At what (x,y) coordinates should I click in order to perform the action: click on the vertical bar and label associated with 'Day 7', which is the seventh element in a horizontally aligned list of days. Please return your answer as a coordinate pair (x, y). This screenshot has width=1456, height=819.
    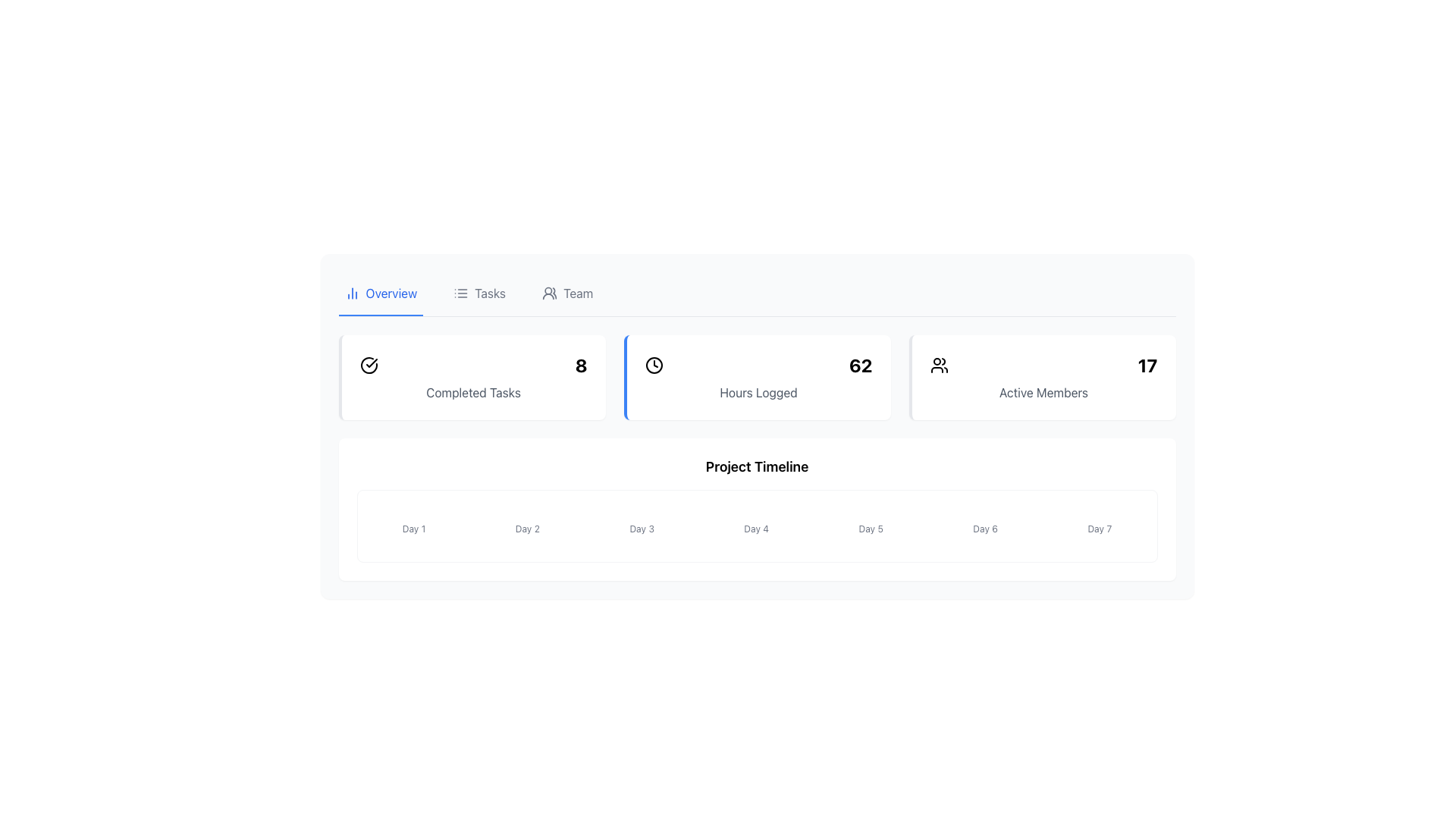
    Looking at the image, I should click on (1100, 526).